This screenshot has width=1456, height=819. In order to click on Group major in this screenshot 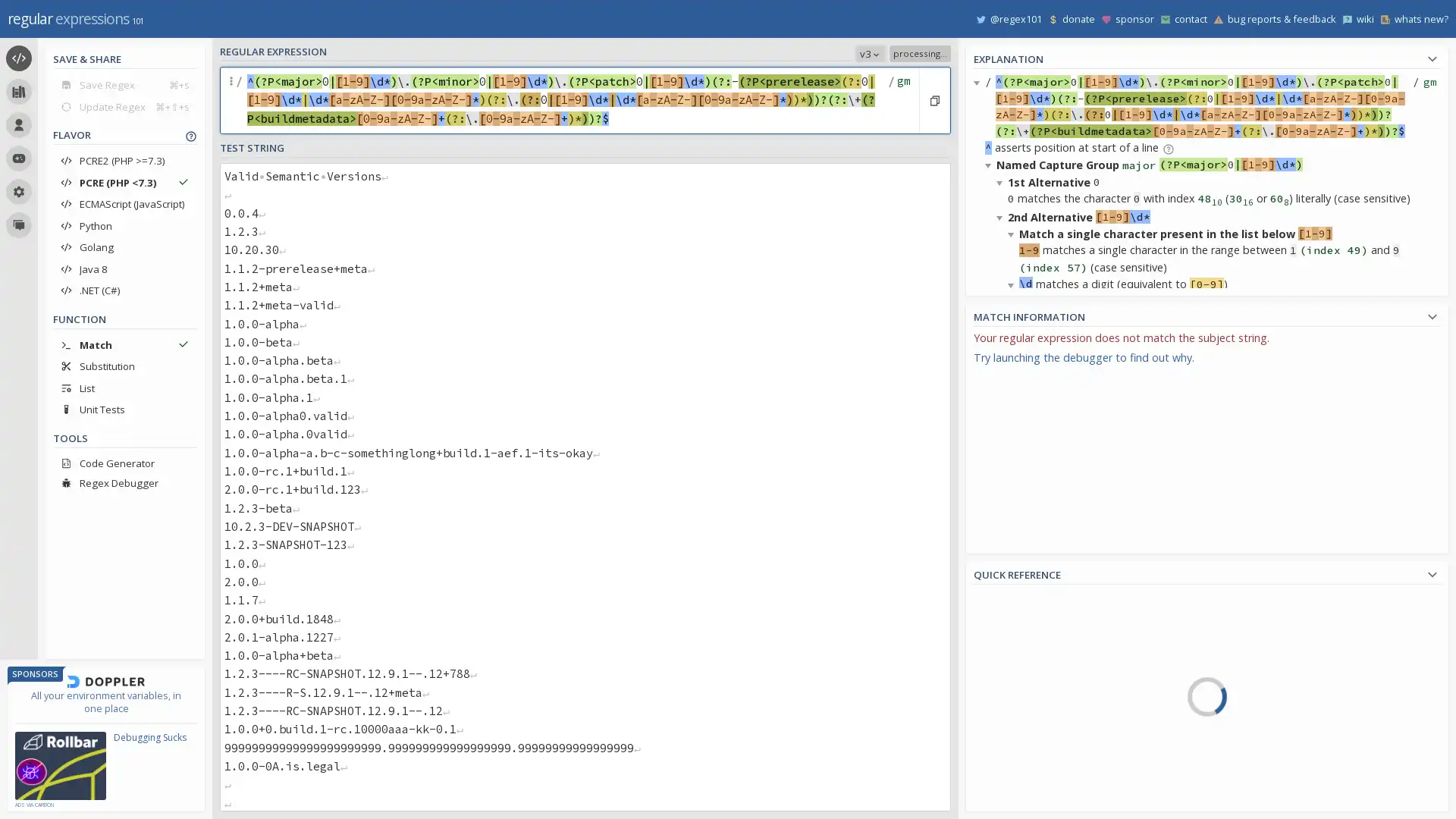, I will do `click(1014, 500)`.